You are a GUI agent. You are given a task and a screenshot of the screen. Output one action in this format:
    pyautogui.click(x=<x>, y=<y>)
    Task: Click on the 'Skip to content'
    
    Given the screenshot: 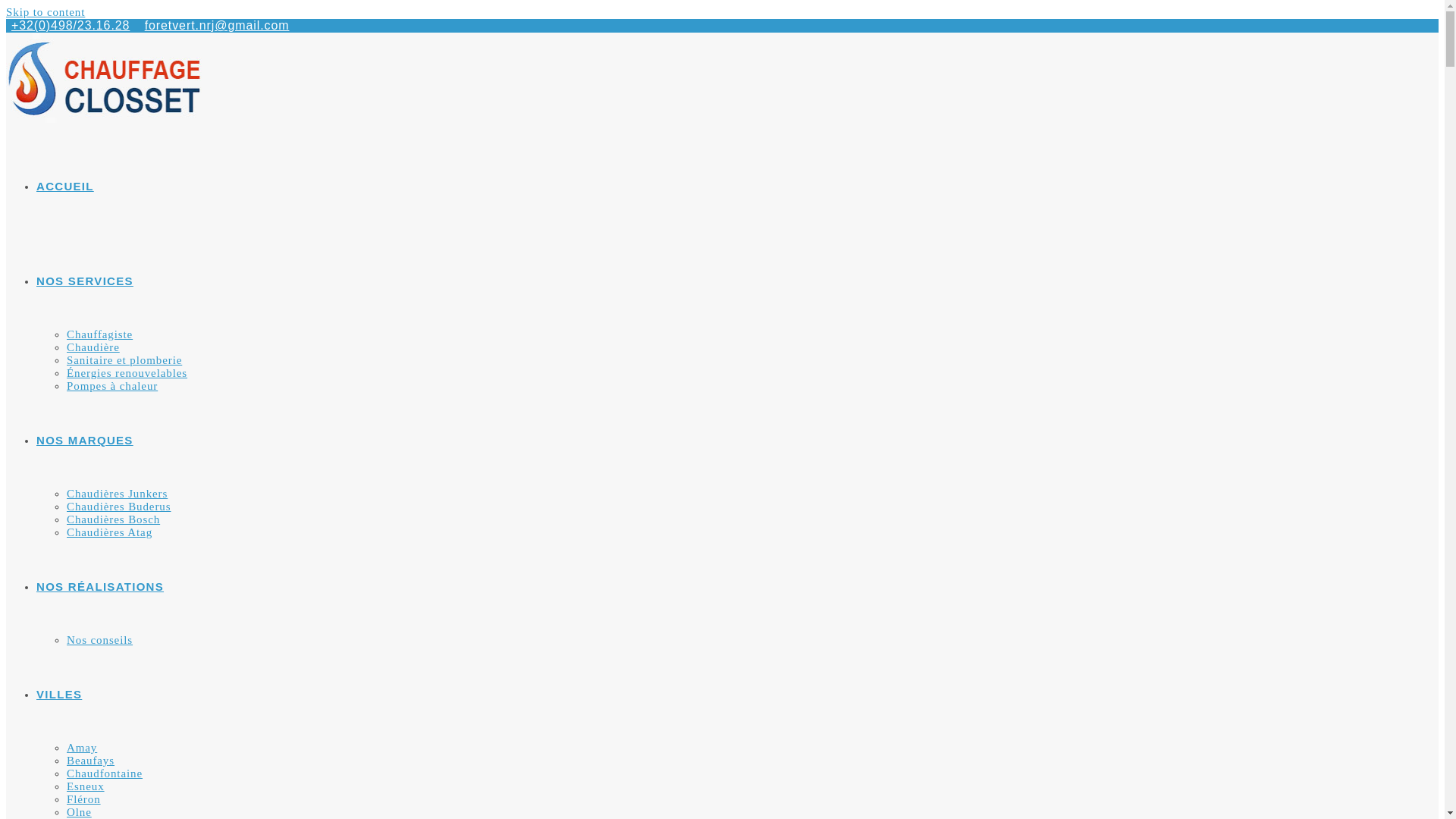 What is the action you would take?
    pyautogui.click(x=45, y=11)
    